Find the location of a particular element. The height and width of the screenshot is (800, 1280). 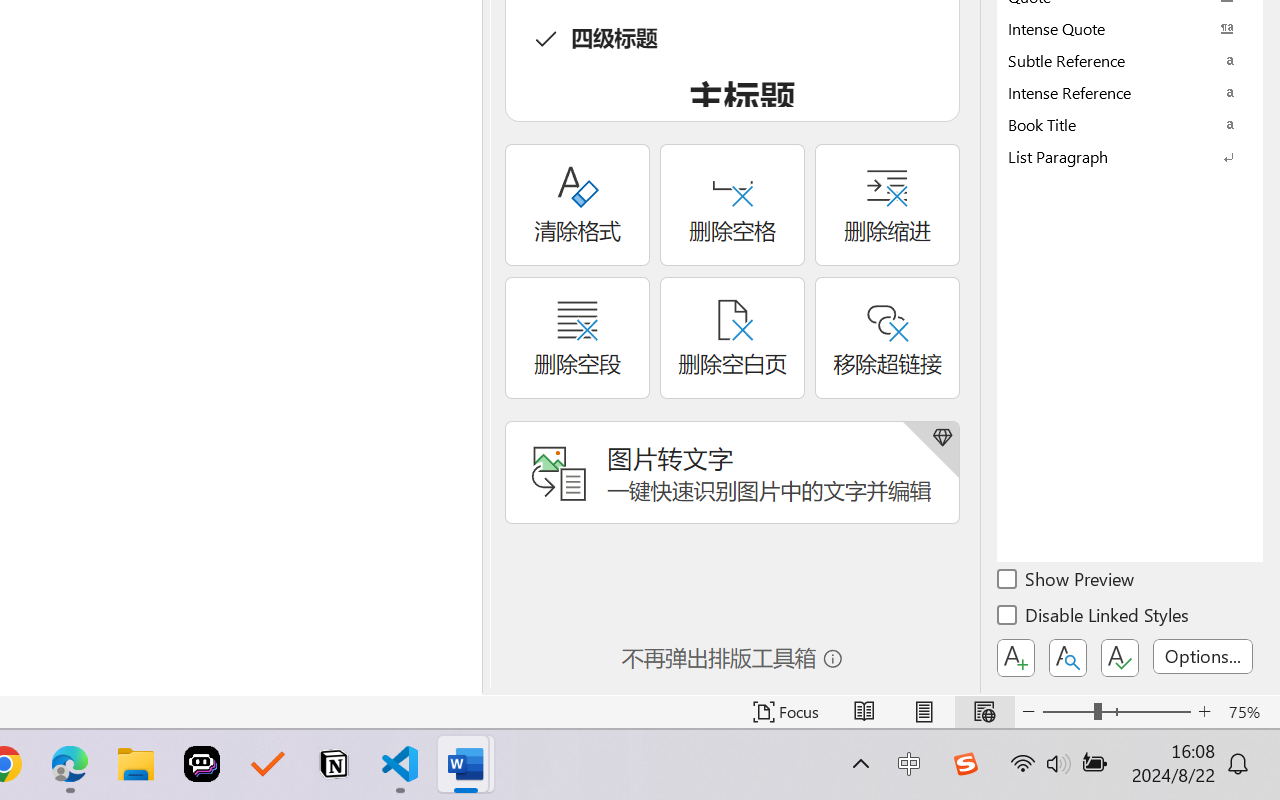

'Read Mode' is located at coordinates (864, 711).